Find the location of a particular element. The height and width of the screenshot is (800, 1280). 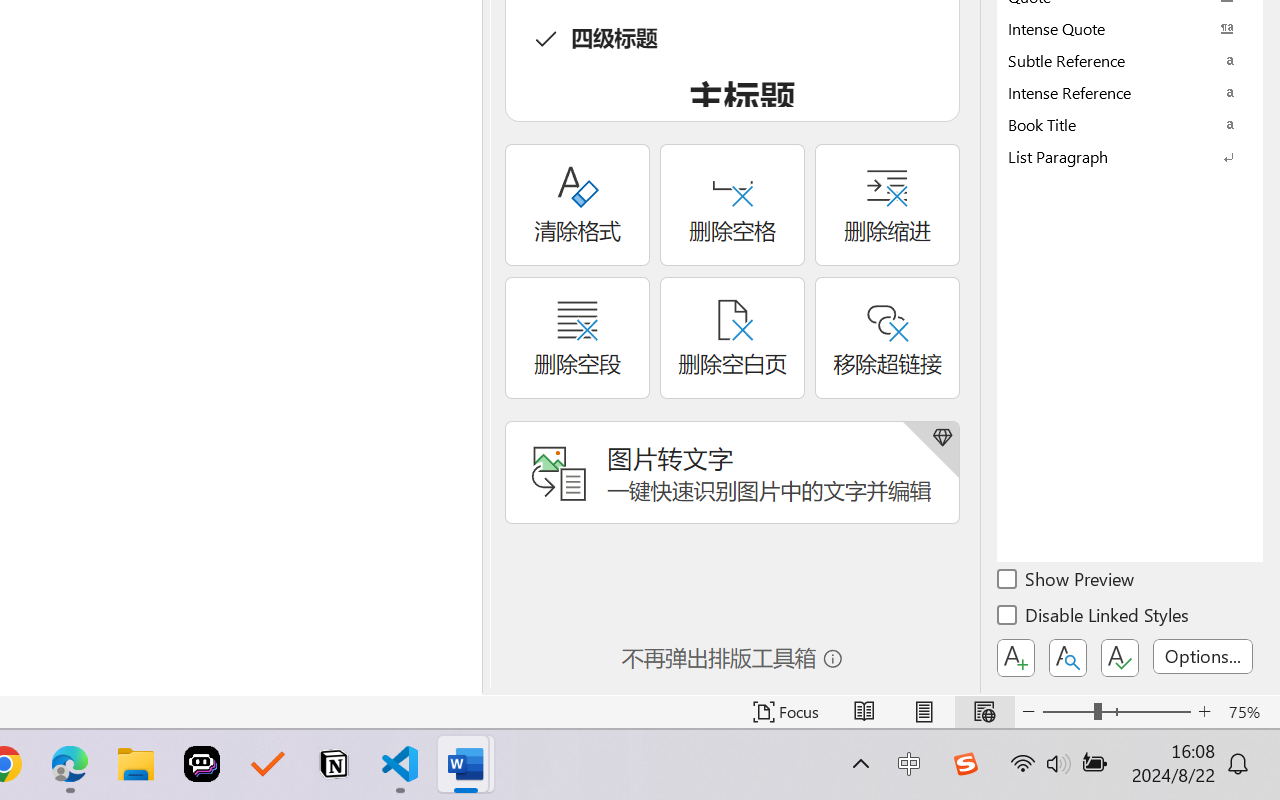

'Read Mode' is located at coordinates (864, 711).